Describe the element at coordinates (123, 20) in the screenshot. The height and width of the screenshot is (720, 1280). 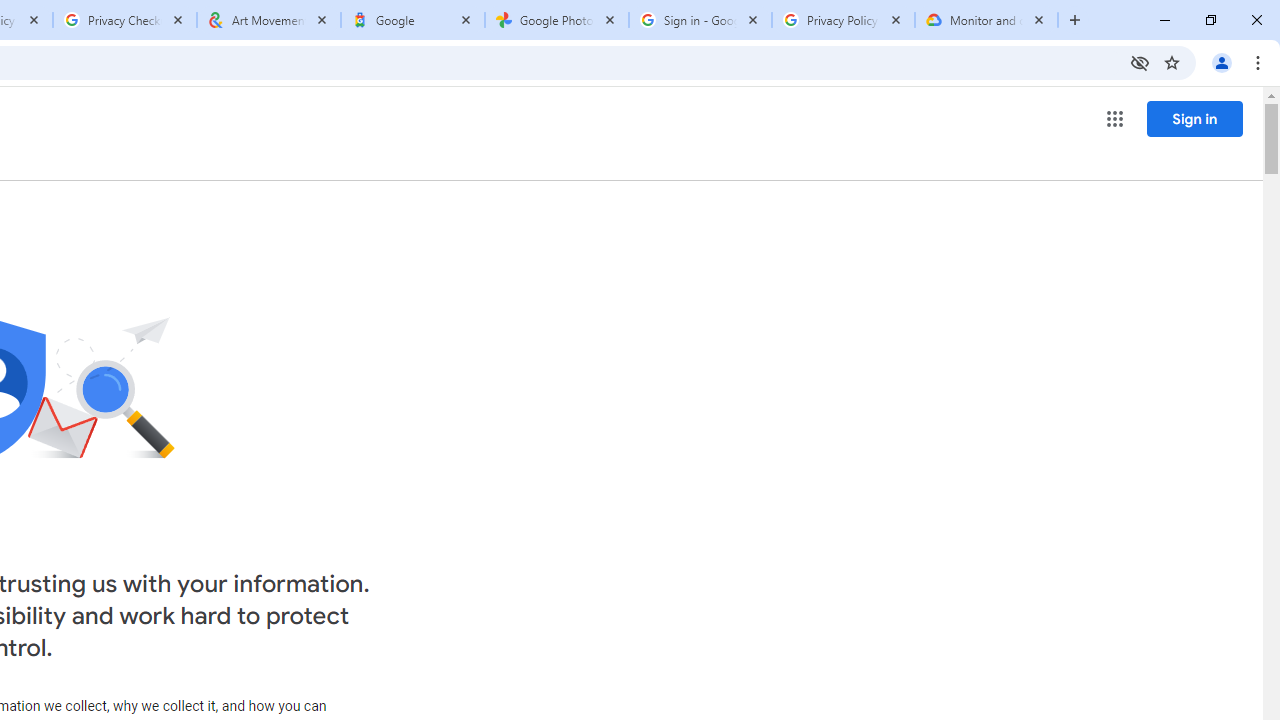
I see `'Privacy Checkup'` at that location.